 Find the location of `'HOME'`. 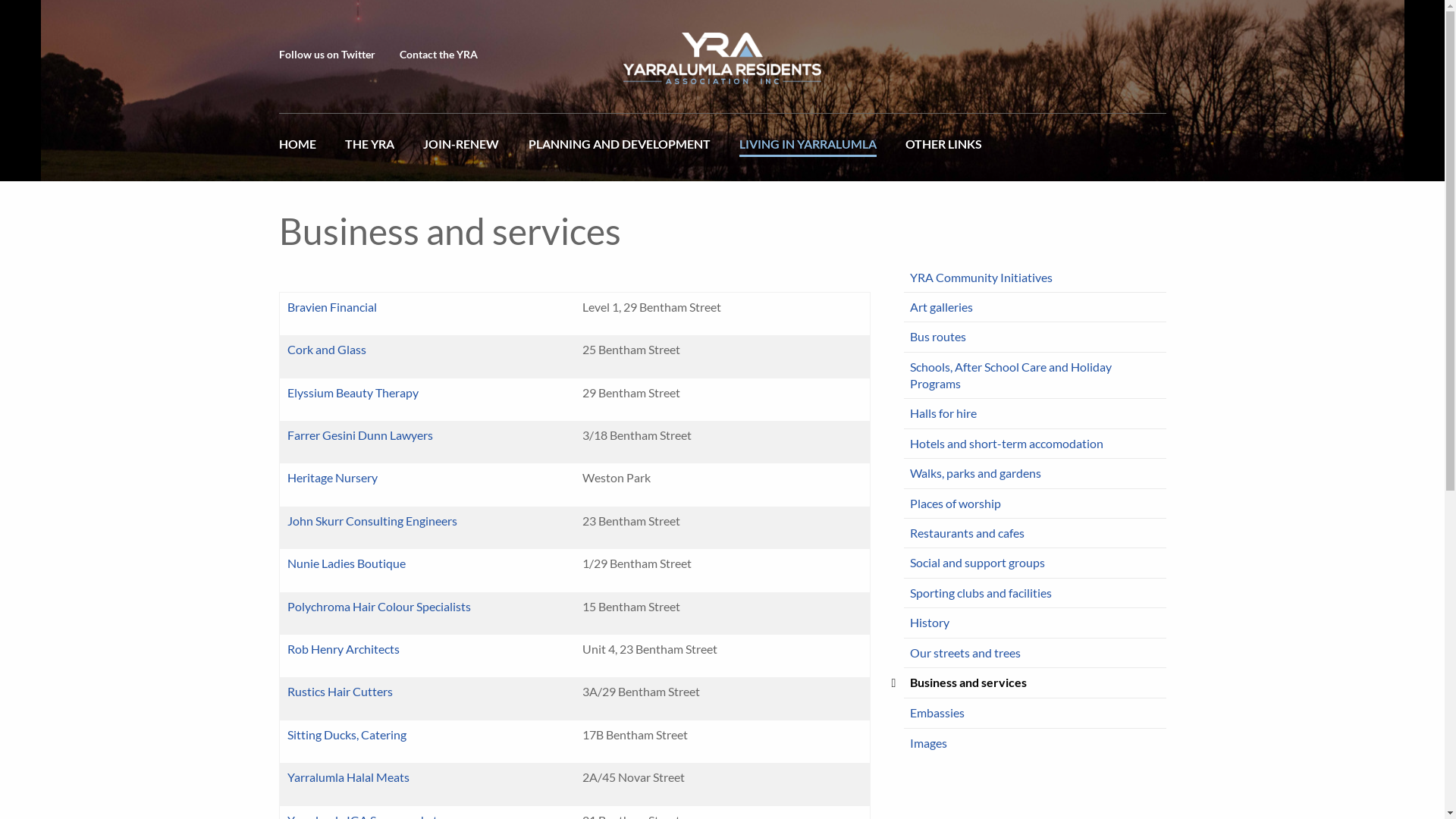

'HOME' is located at coordinates (304, 147).